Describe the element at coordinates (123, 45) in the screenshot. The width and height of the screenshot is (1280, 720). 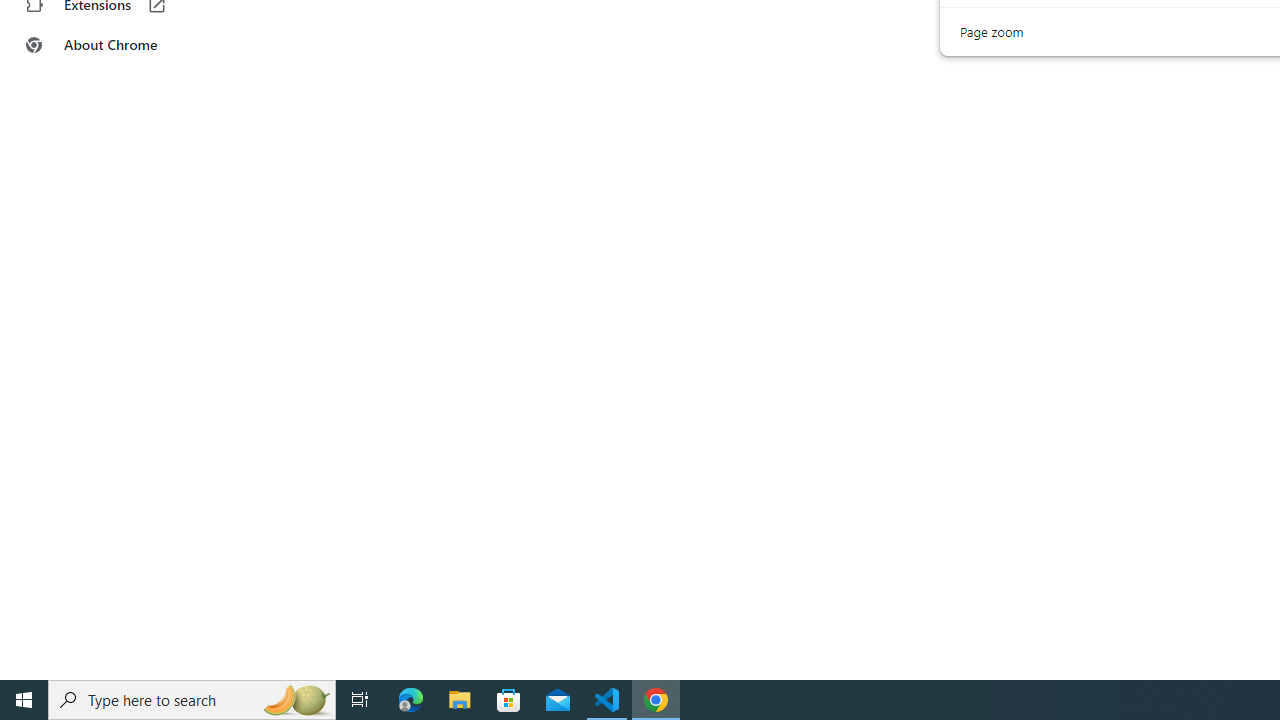
I see `'About Chrome'` at that location.